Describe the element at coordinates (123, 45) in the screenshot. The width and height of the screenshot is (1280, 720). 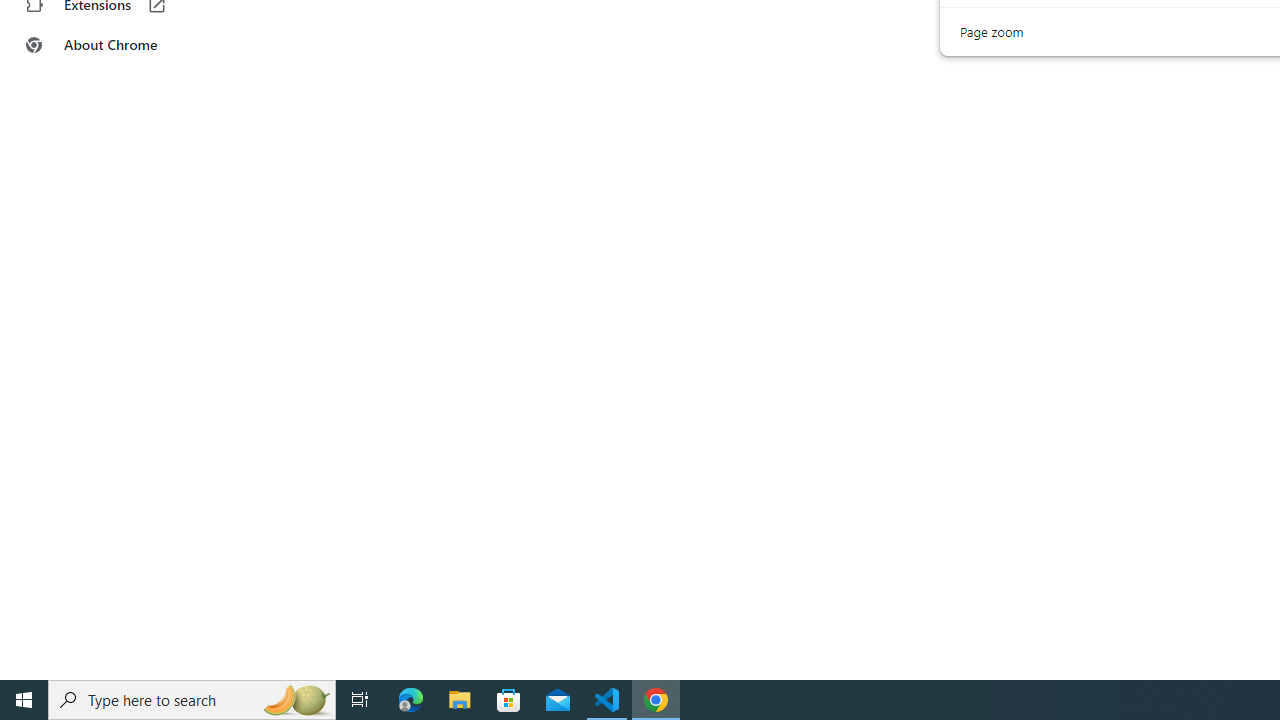
I see `'About Chrome'` at that location.